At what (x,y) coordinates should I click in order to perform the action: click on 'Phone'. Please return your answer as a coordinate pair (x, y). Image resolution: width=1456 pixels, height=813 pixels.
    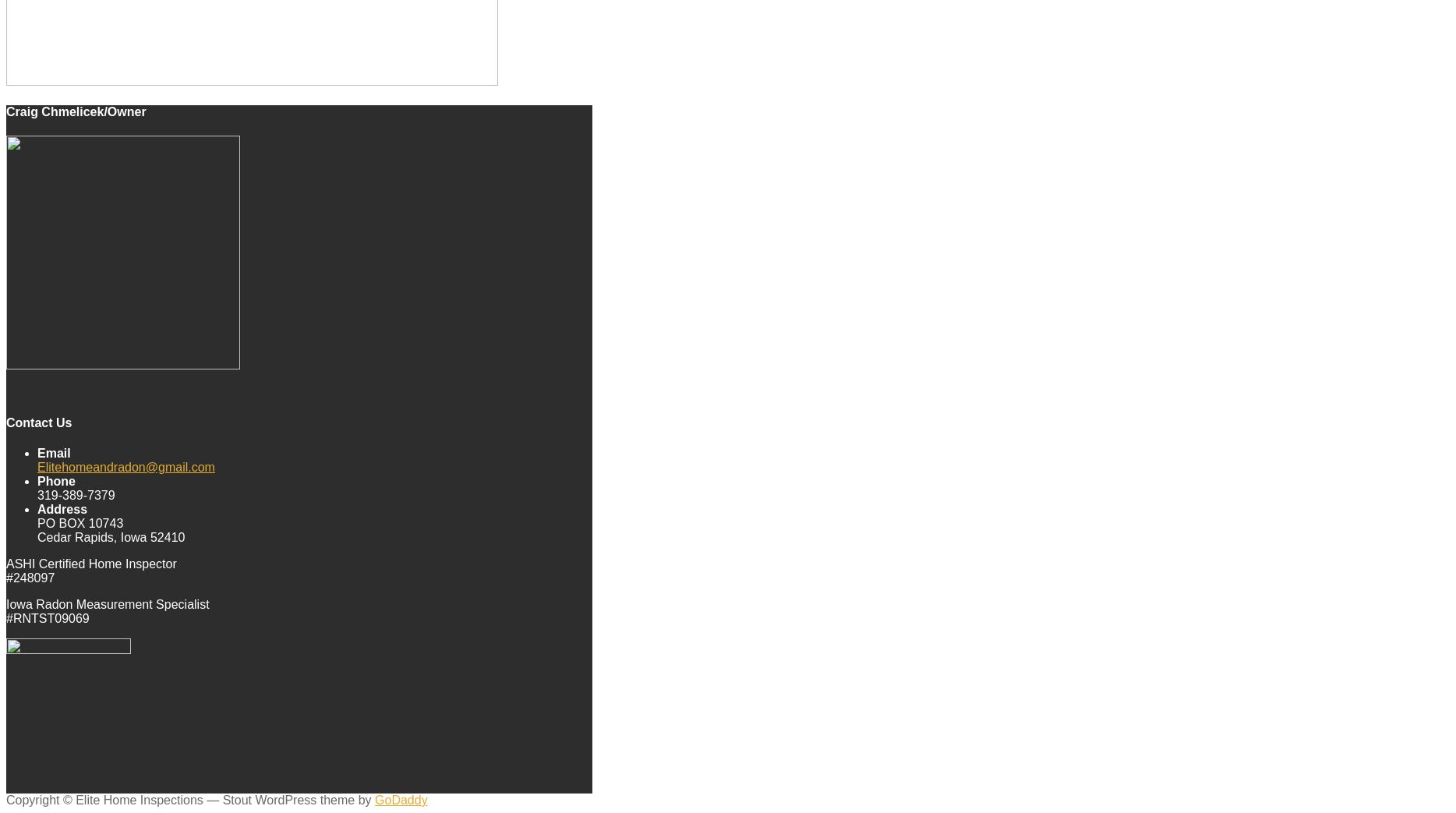
    Looking at the image, I should click on (37, 479).